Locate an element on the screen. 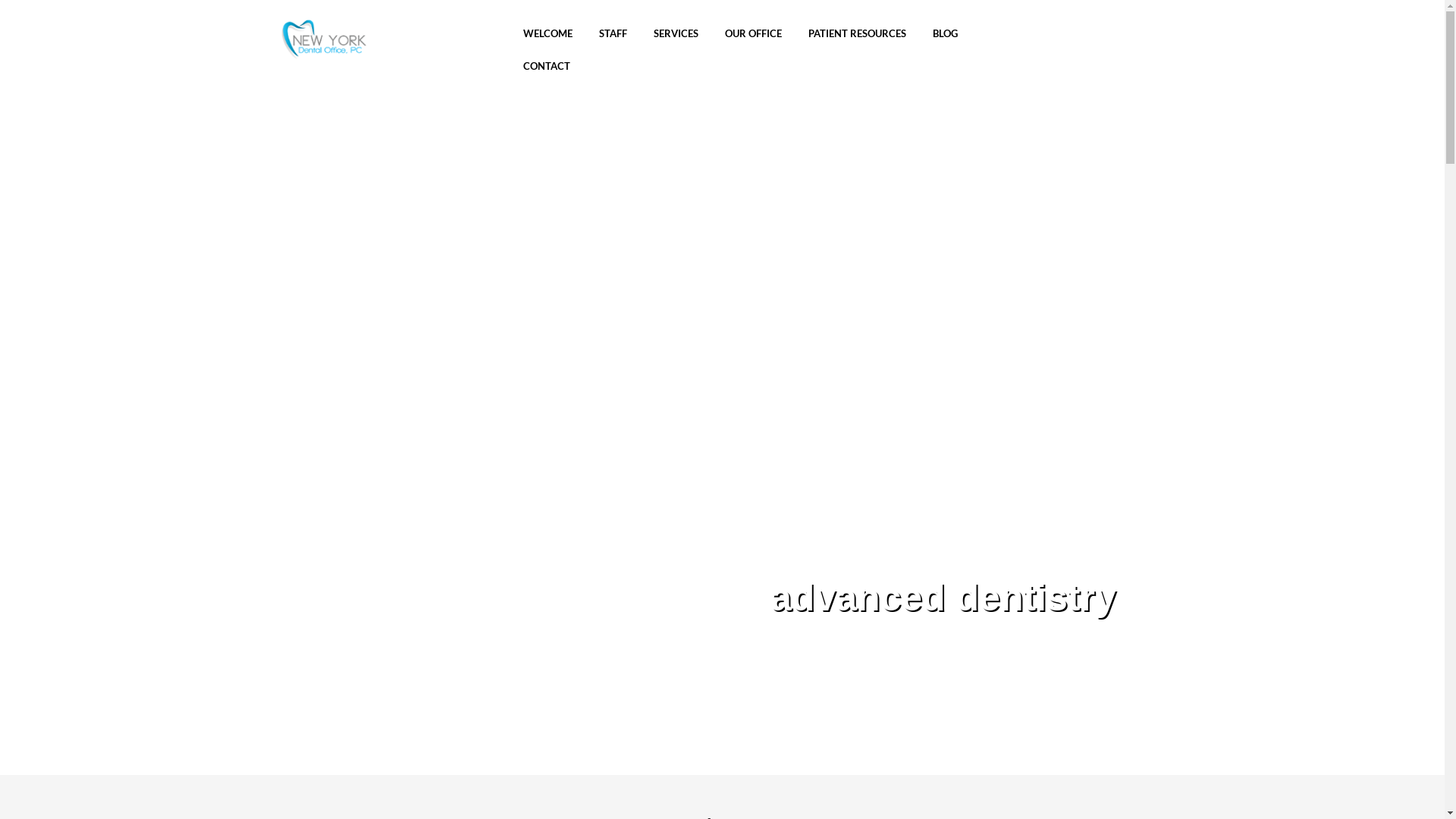 This screenshot has width=1456, height=819. 'OUR OFFICE' is located at coordinates (753, 34).